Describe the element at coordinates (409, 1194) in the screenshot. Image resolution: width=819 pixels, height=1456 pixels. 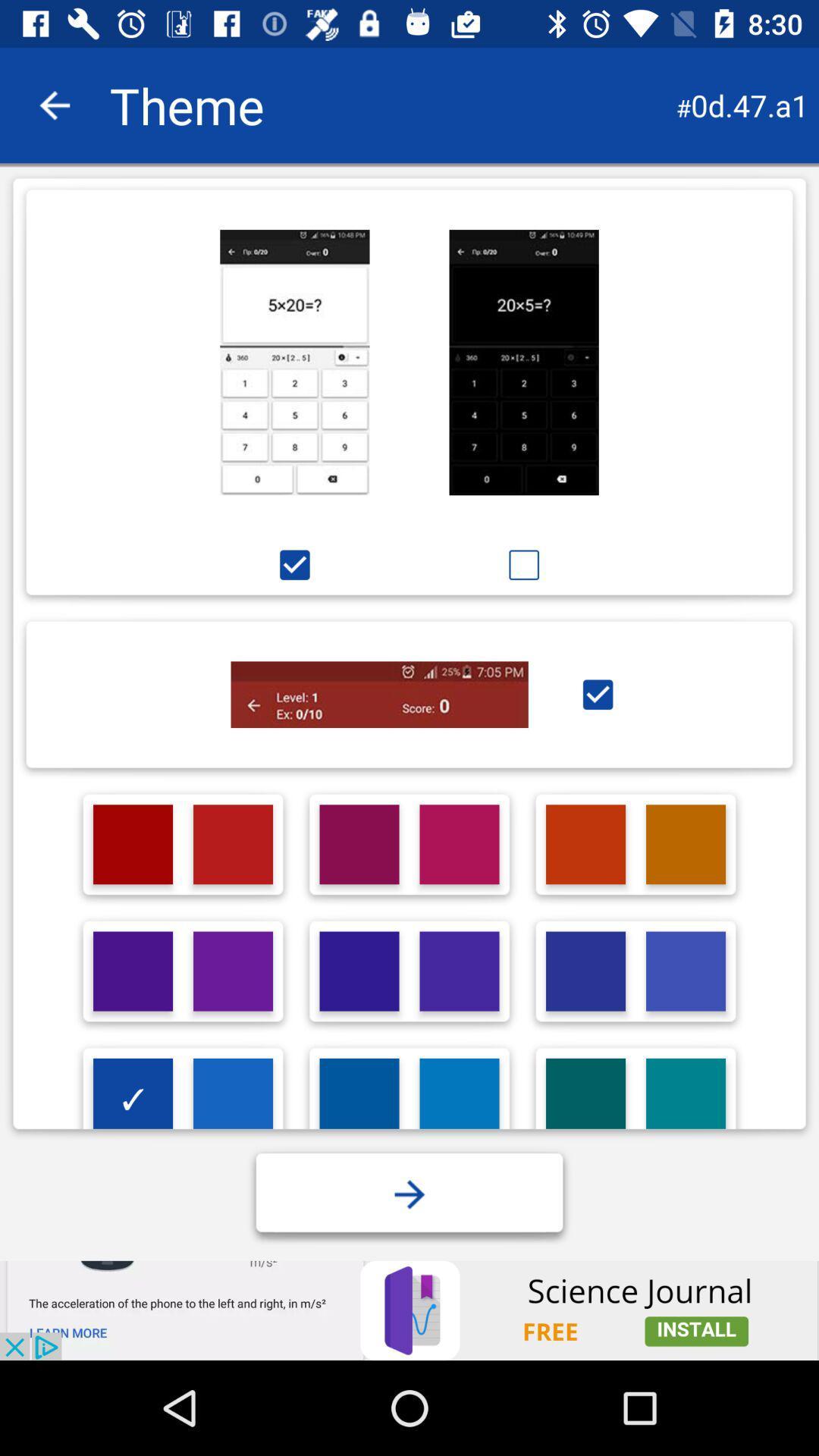
I see `going to next option` at that location.